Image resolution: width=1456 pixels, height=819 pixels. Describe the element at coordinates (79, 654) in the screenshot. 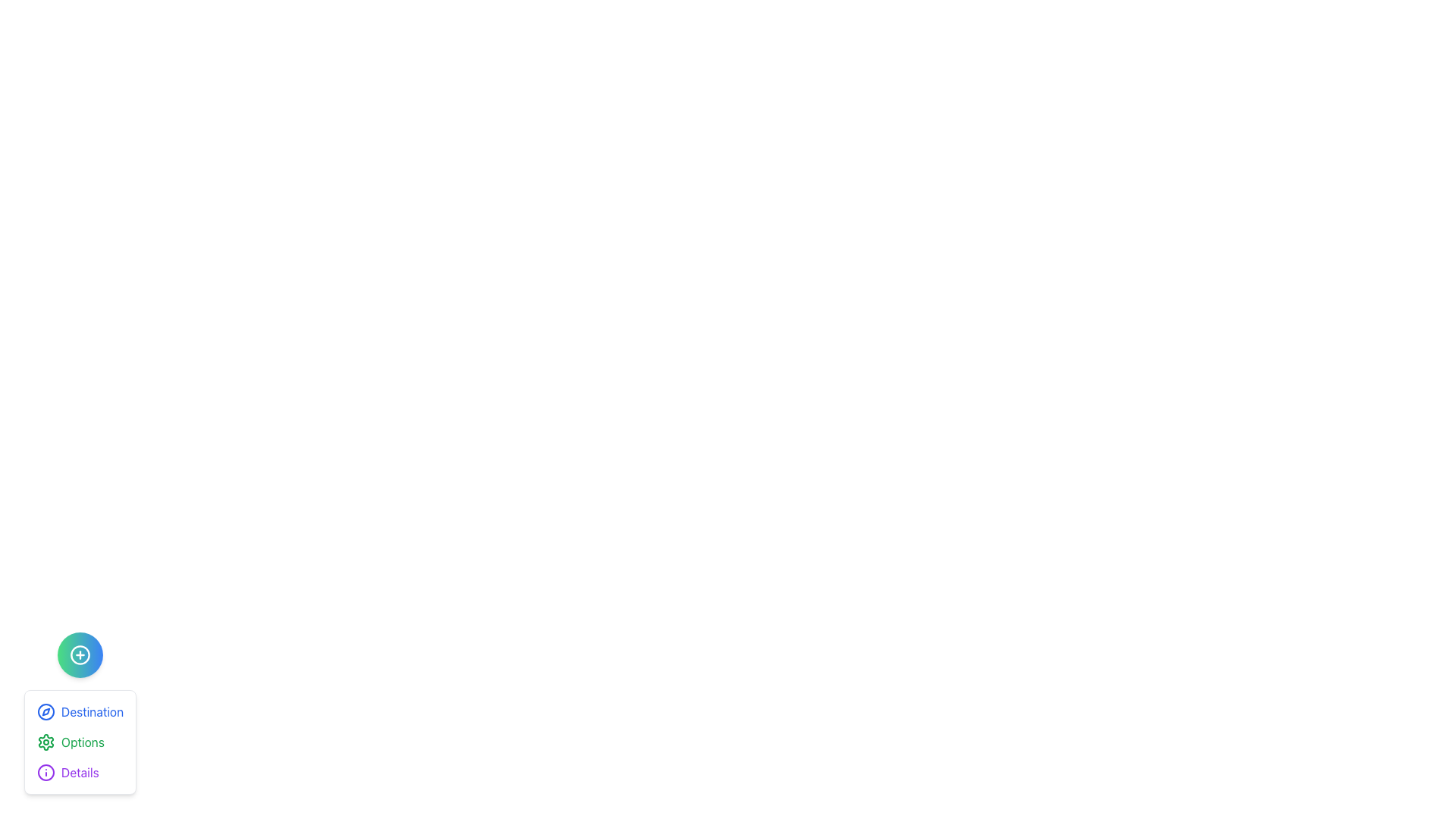

I see `the circular icon button with a '+' symbol at the center, which has a gradient background transitioning from green to blue` at that location.